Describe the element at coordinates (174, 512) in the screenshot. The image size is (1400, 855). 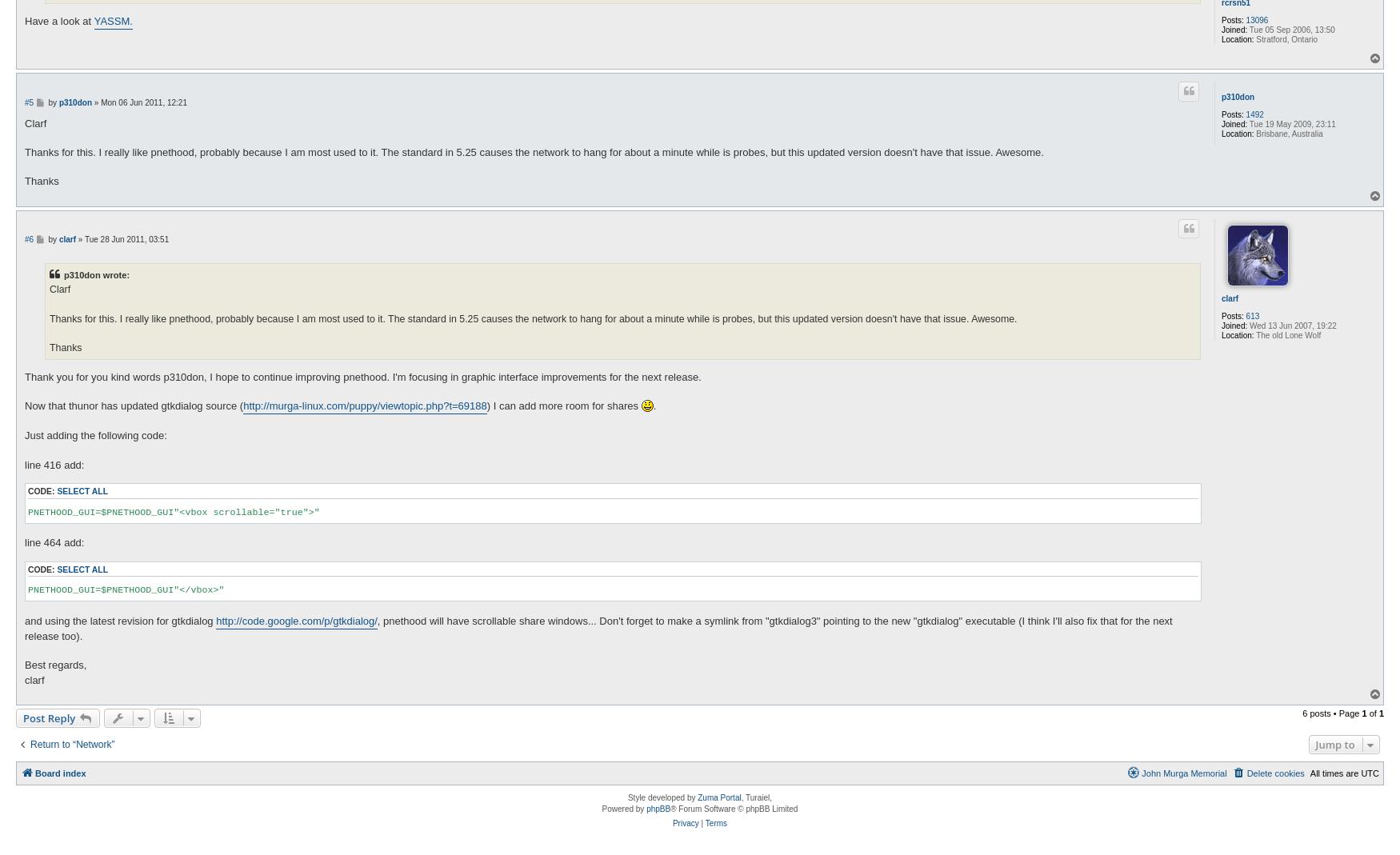
I see `'PNETHOOD_GUI=$PNETHOOD_GUI"<vbox scrollable="true">"'` at that location.